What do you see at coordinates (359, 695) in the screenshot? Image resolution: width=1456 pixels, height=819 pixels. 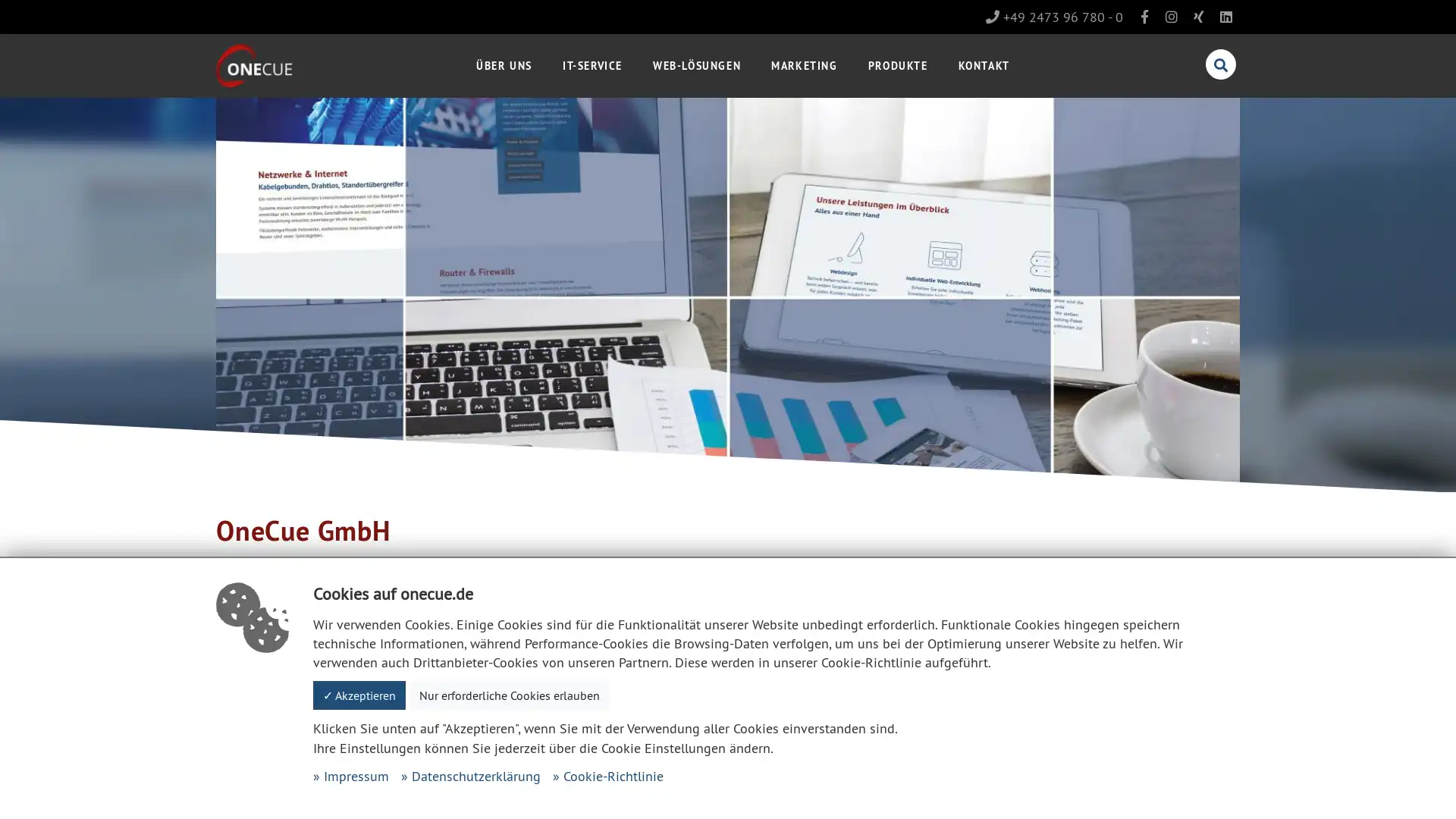 I see `Akzeptieren` at bounding box center [359, 695].